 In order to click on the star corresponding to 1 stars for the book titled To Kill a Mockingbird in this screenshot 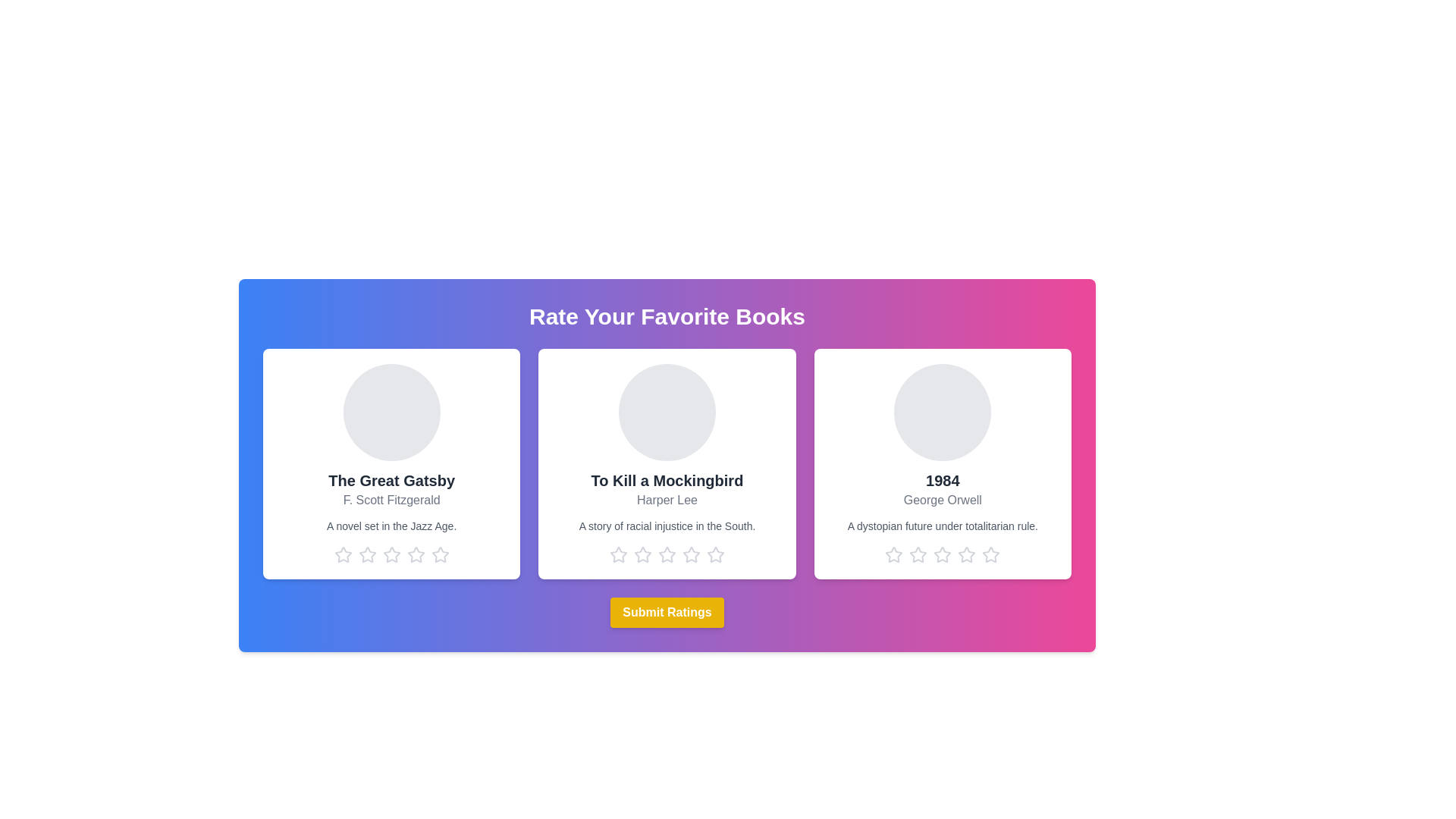, I will do `click(619, 555)`.